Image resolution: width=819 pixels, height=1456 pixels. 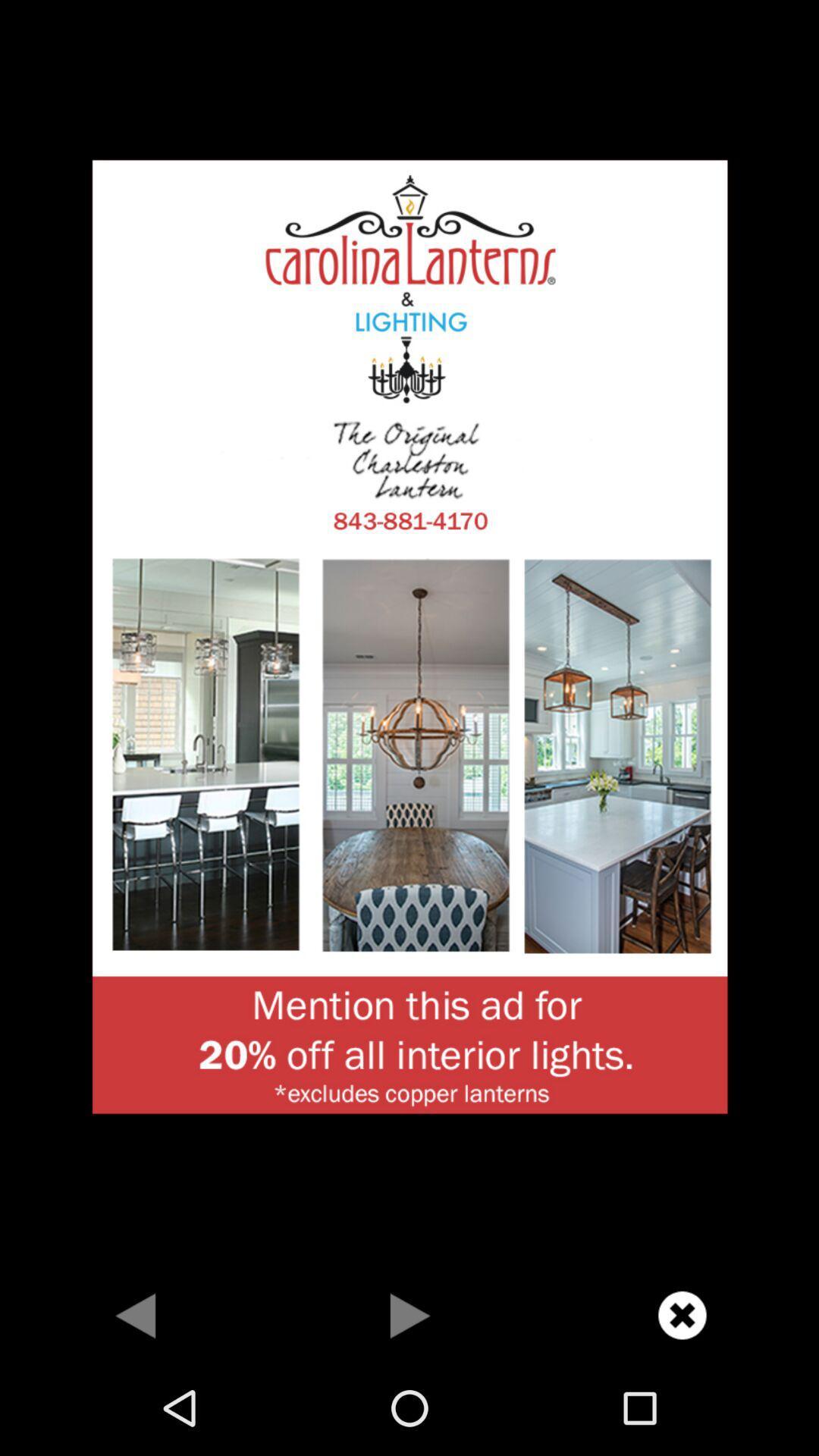 What do you see at coordinates (136, 1407) in the screenshot?
I see `the arrow_backward icon` at bounding box center [136, 1407].